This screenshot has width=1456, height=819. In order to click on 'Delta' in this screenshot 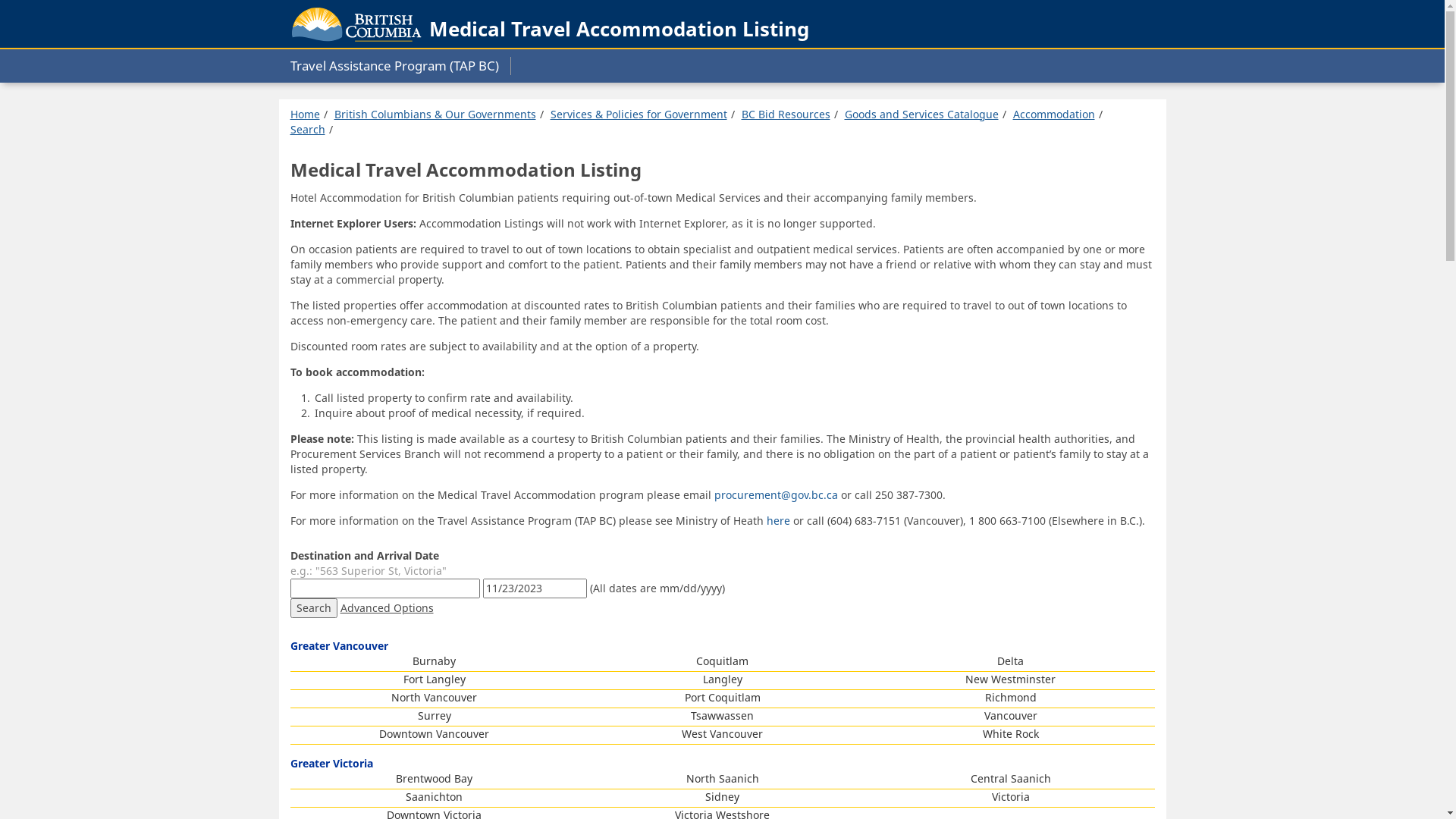, I will do `click(1010, 660)`.